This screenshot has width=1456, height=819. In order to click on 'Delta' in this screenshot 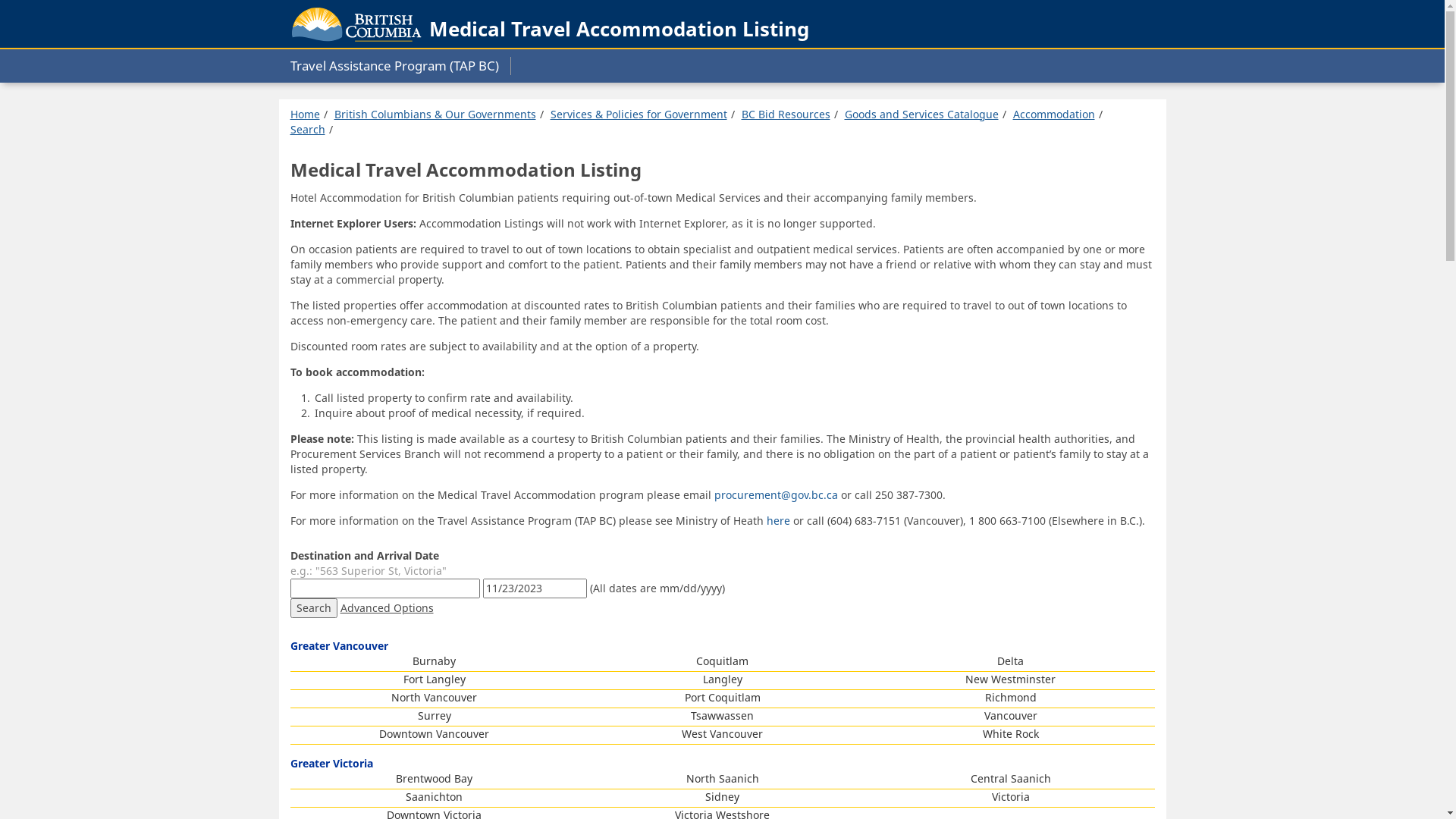, I will do `click(1010, 660)`.